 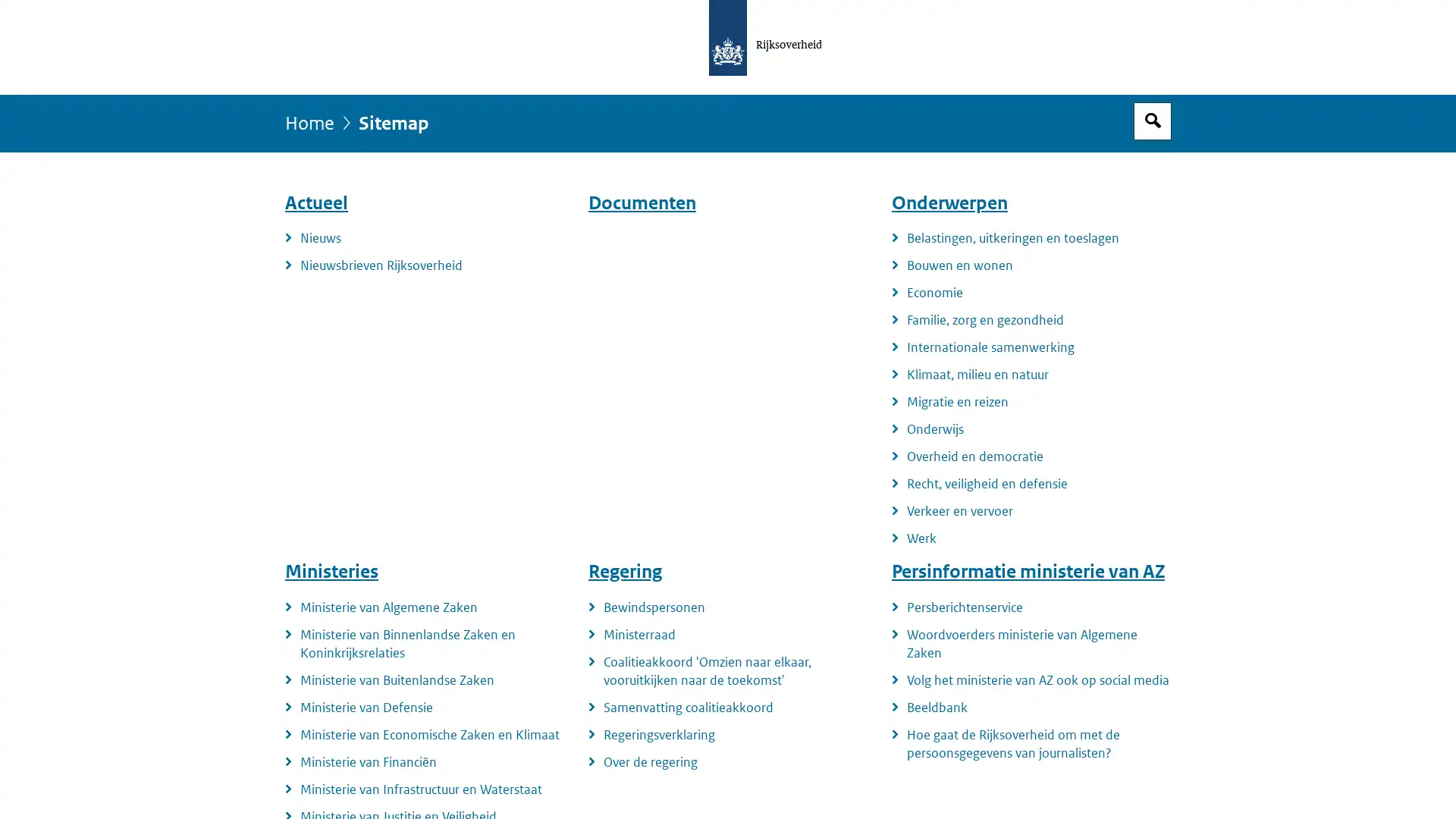 What do you see at coordinates (1153, 120) in the screenshot?
I see `Open zoekveld` at bounding box center [1153, 120].